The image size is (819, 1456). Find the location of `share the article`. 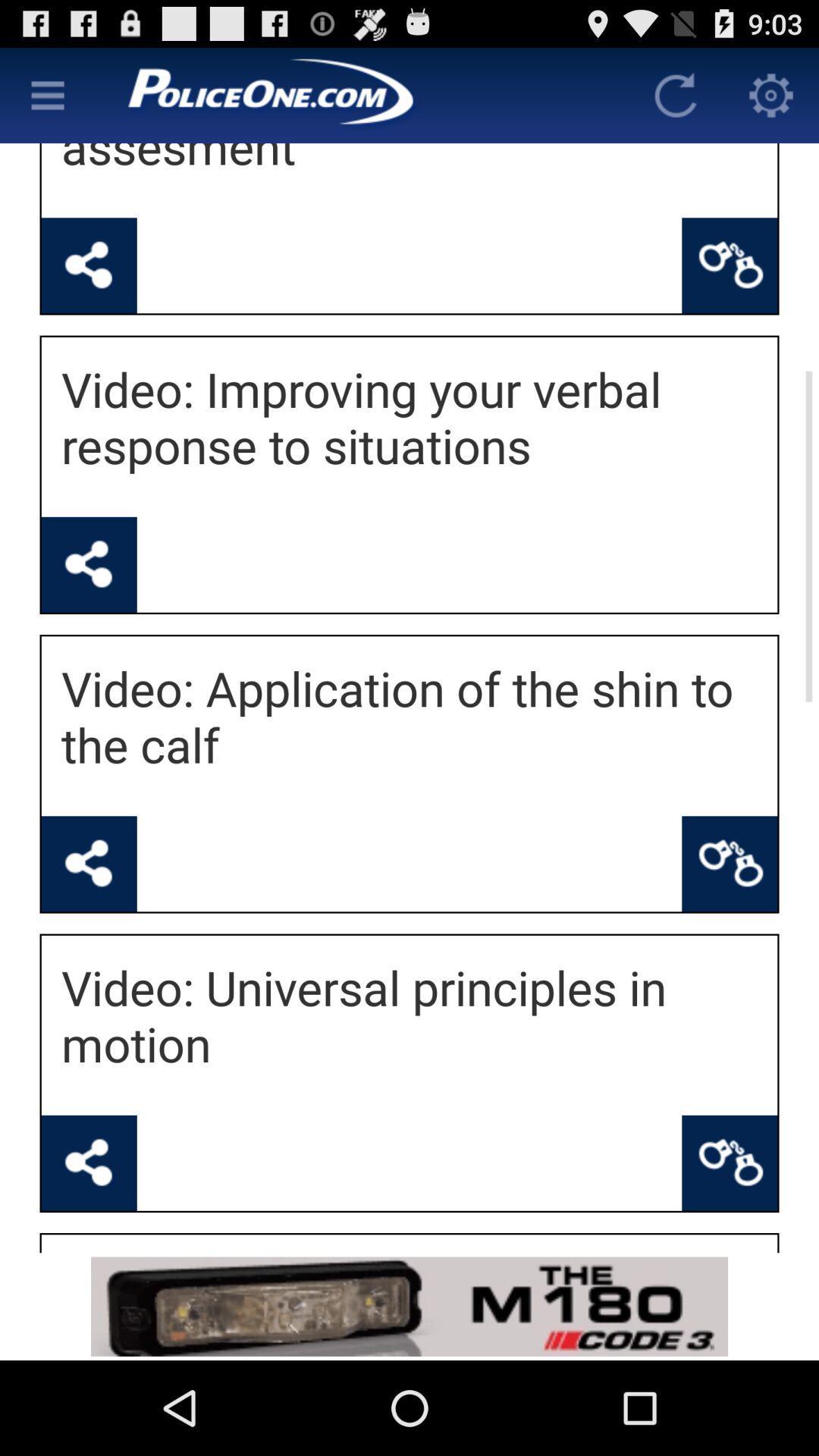

share the article is located at coordinates (89, 1162).